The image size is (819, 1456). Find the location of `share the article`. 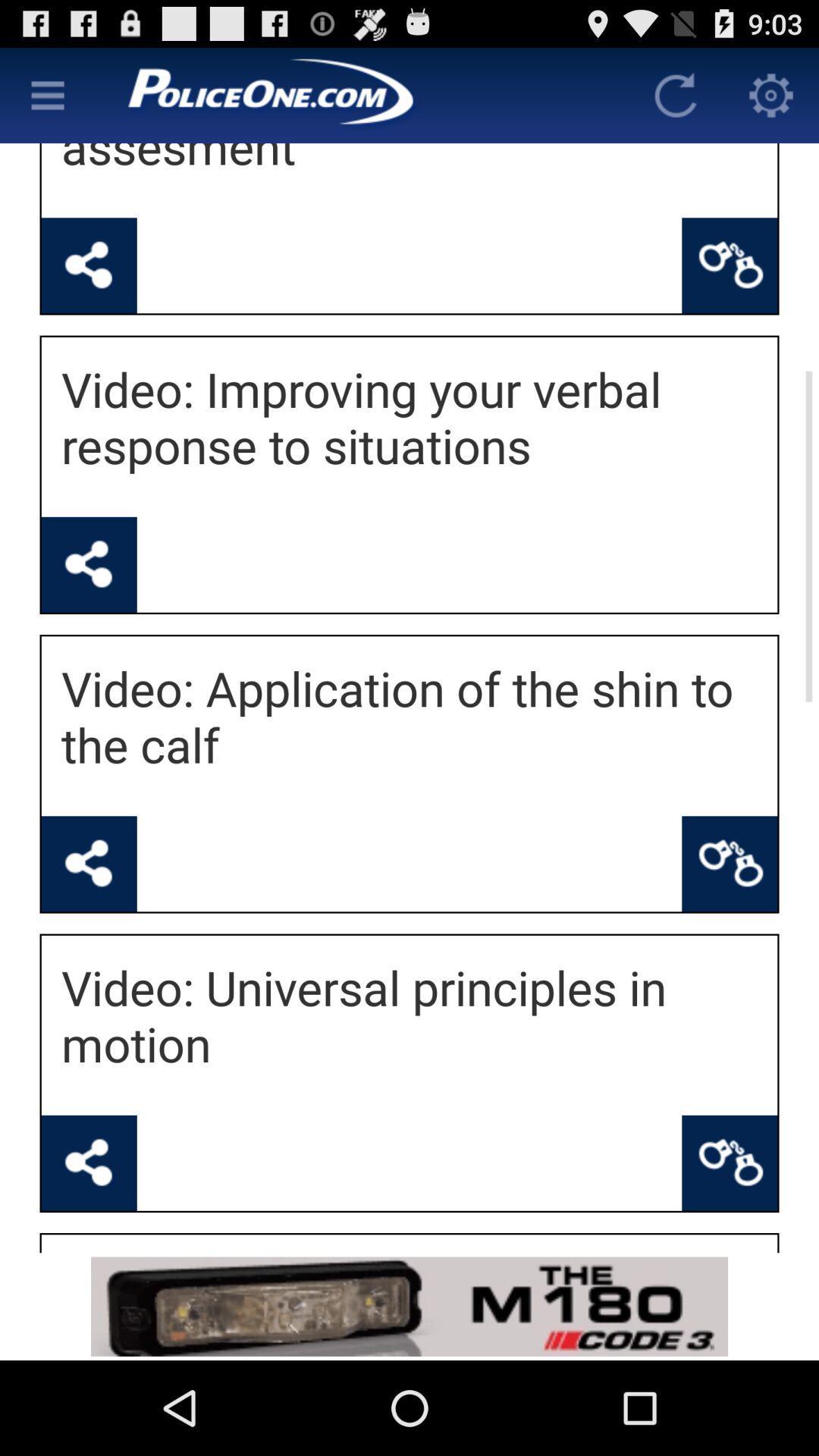

share the article is located at coordinates (89, 1162).